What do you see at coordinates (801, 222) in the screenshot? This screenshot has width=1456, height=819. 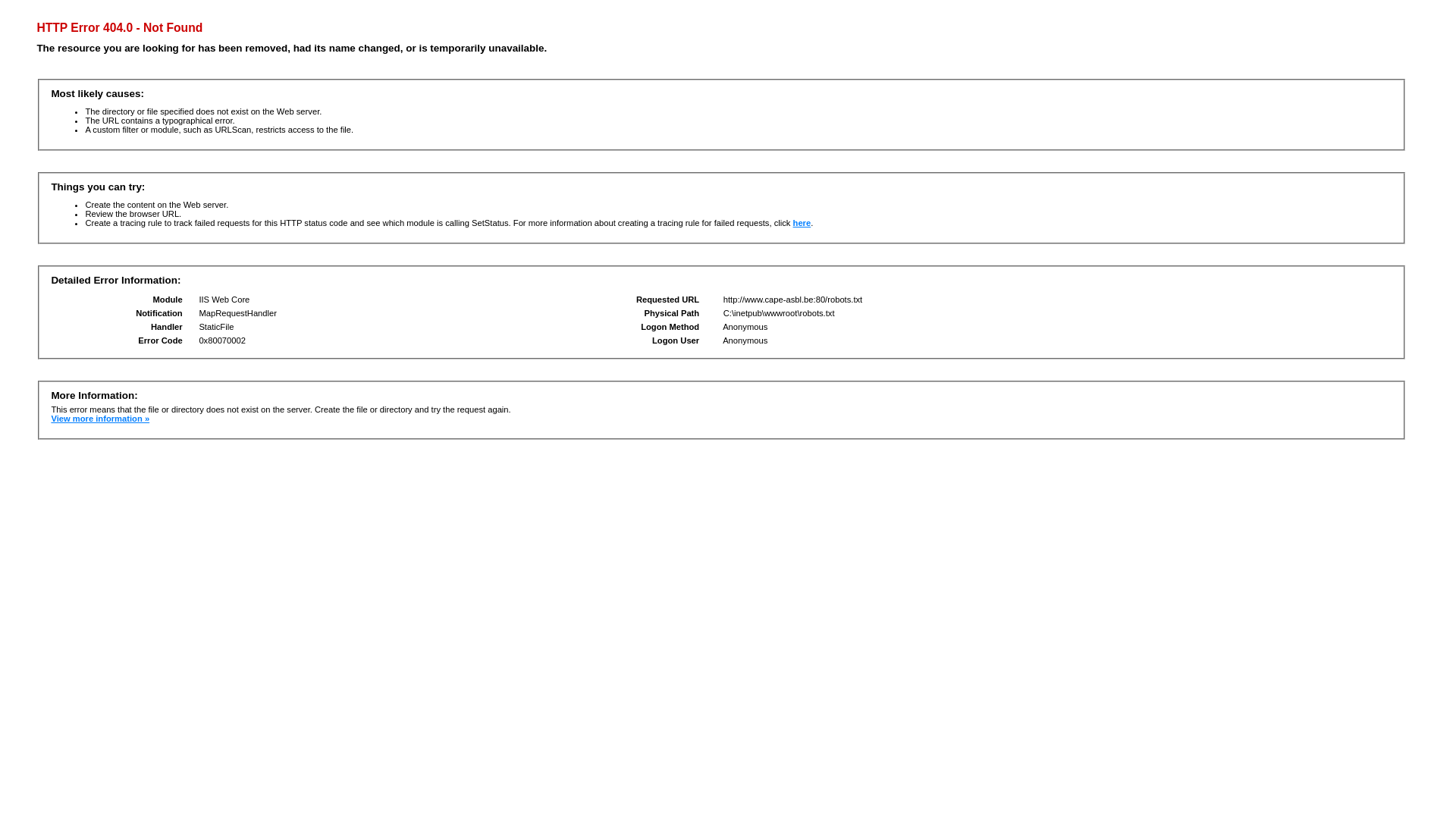 I see `'here'` at bounding box center [801, 222].